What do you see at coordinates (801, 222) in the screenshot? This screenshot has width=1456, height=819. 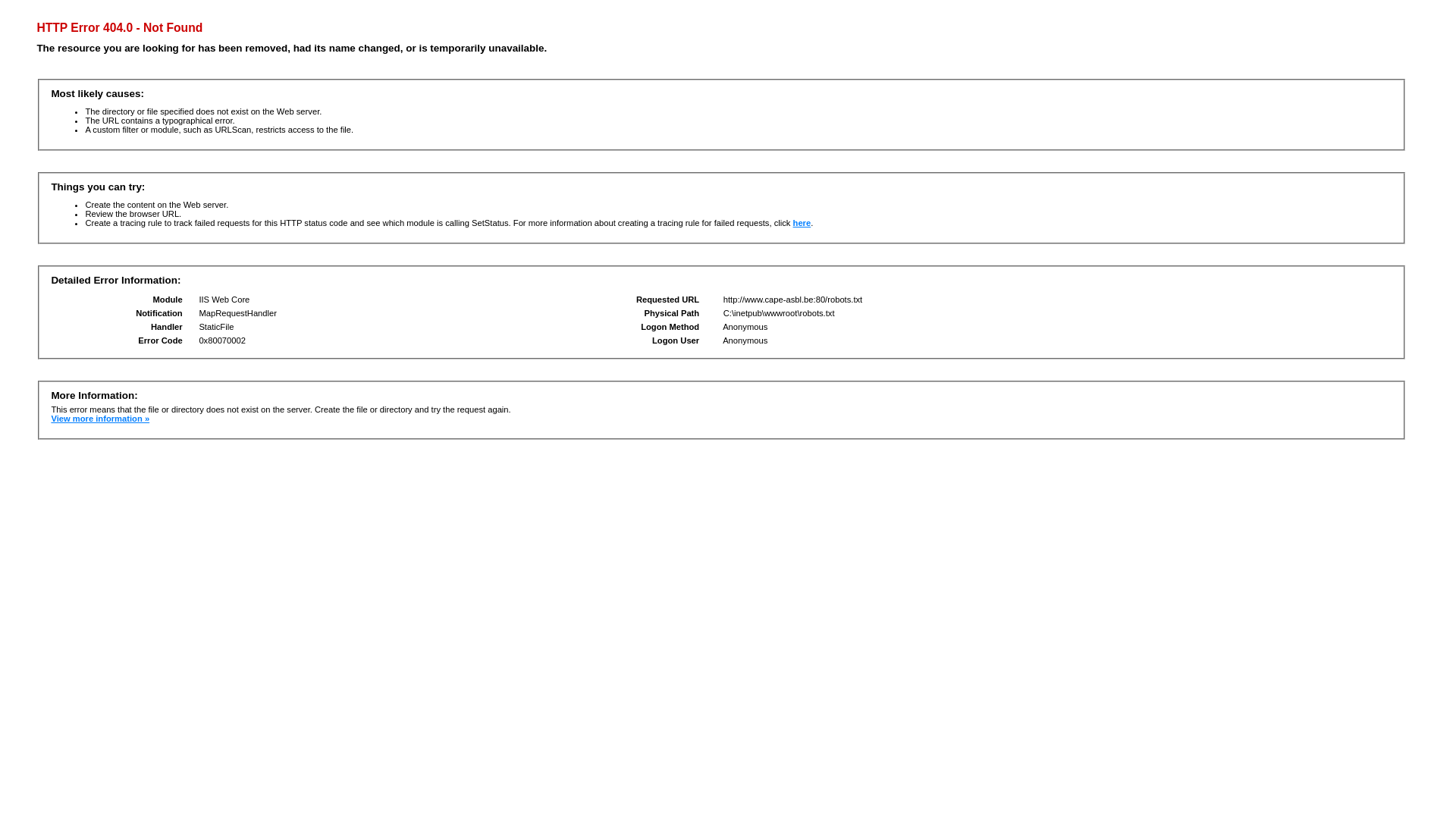 I see `'here'` at bounding box center [801, 222].